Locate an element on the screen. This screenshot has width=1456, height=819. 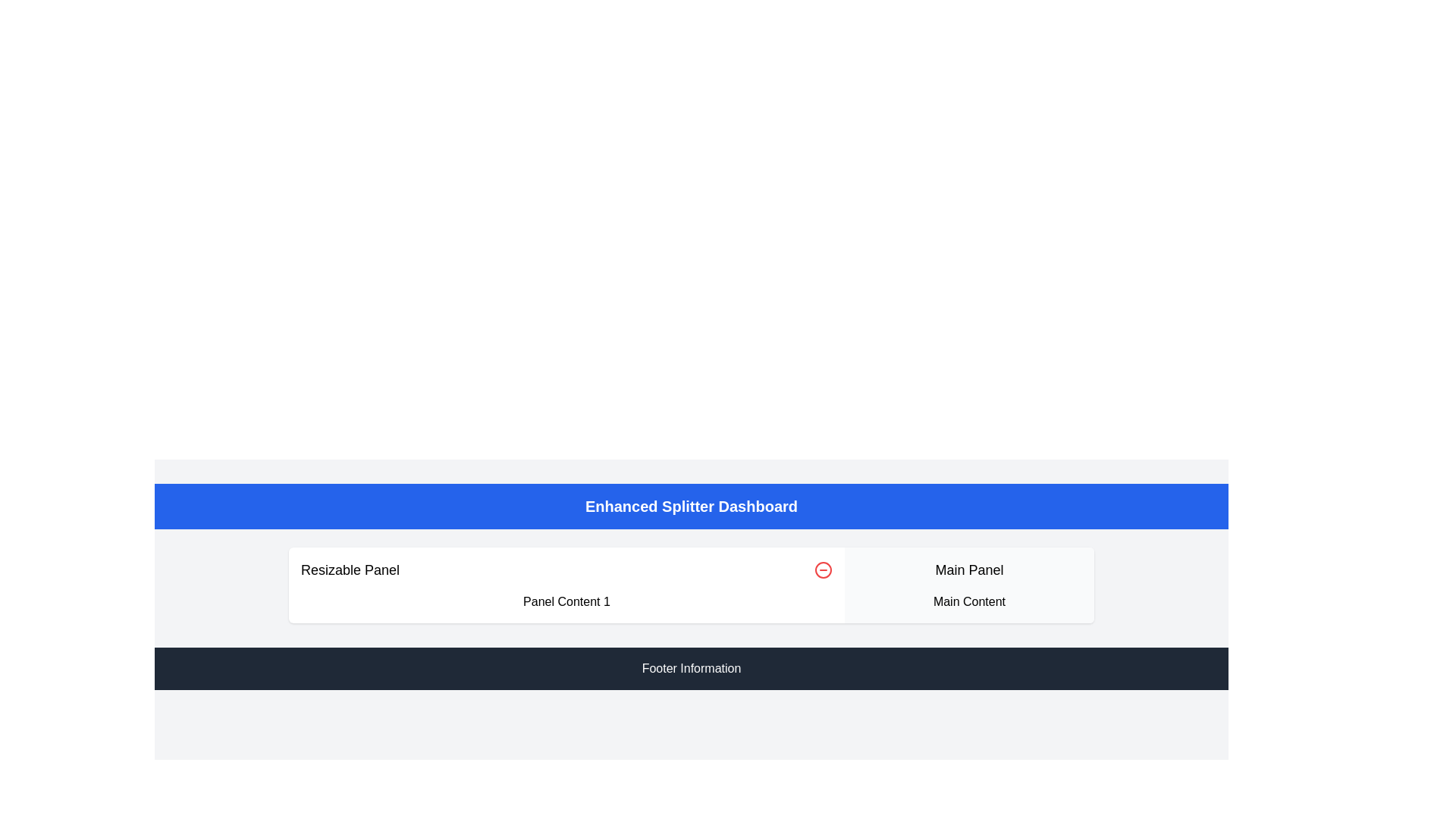
text content displayed in the Text Display element located beneath the heading 'Resizable Panel' is located at coordinates (566, 601).